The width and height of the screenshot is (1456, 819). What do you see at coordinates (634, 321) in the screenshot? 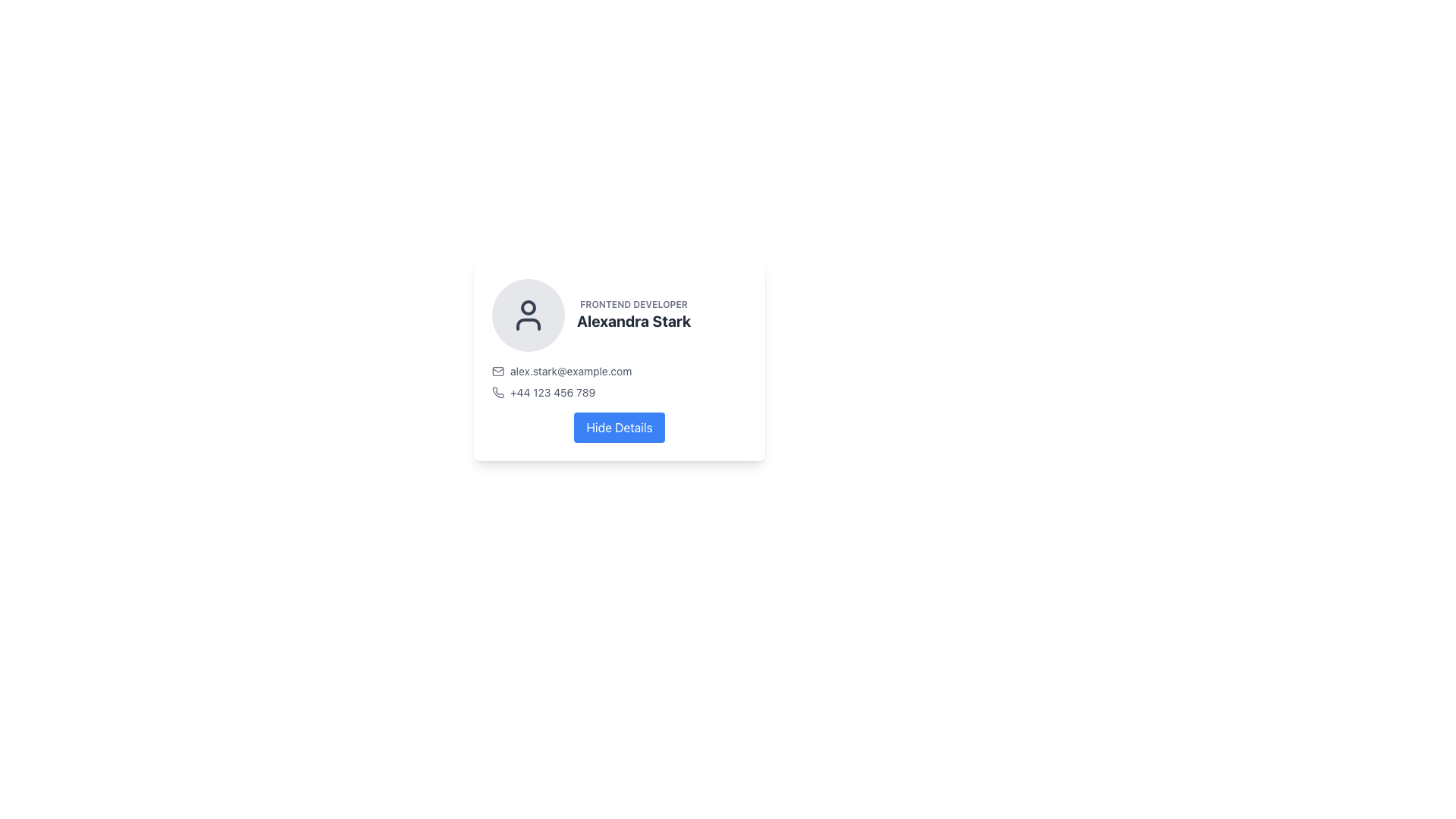
I see `the text label displaying the name 'Alexandra Stark', which is styled in bold and larger font, located below the 'Frontend Developer' label` at bounding box center [634, 321].